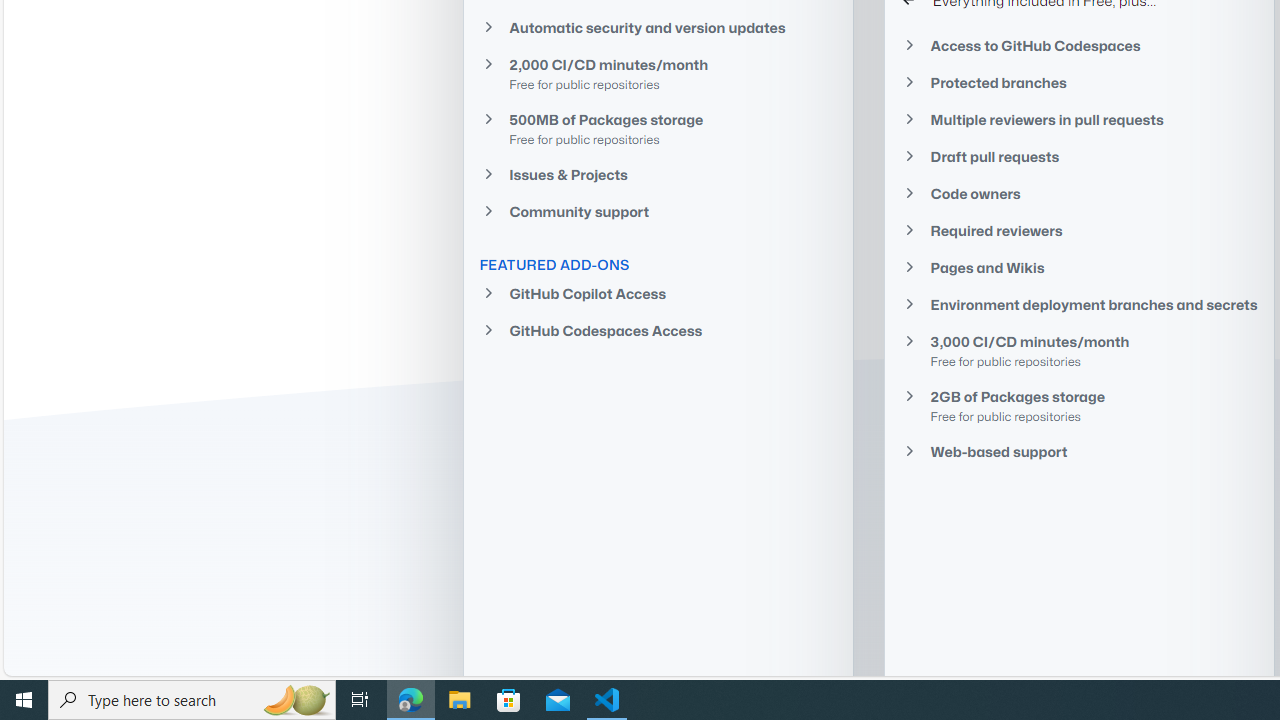 This screenshot has width=1280, height=720. What do you see at coordinates (1078, 45) in the screenshot?
I see `'Access to GitHub Codespaces'` at bounding box center [1078, 45].